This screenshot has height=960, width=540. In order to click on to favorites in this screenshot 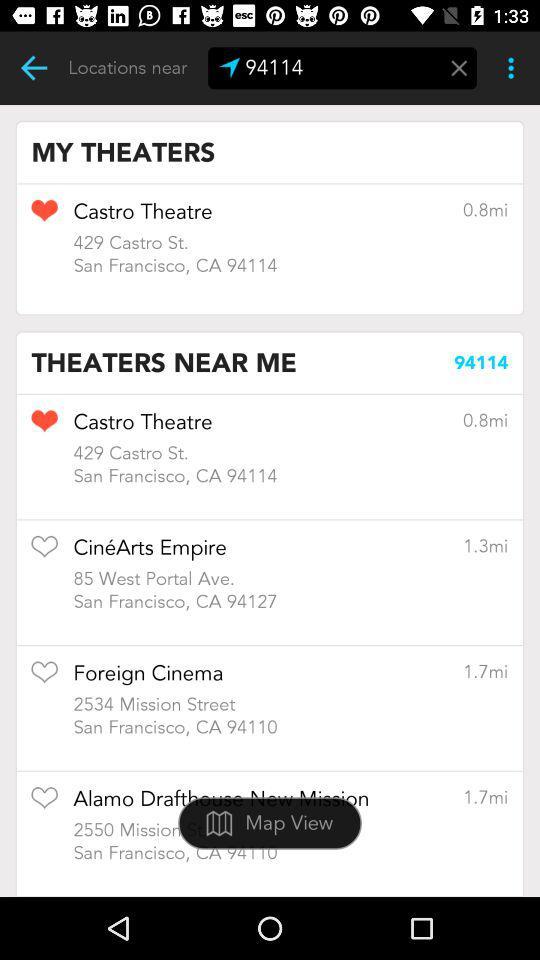, I will do `click(44, 553)`.